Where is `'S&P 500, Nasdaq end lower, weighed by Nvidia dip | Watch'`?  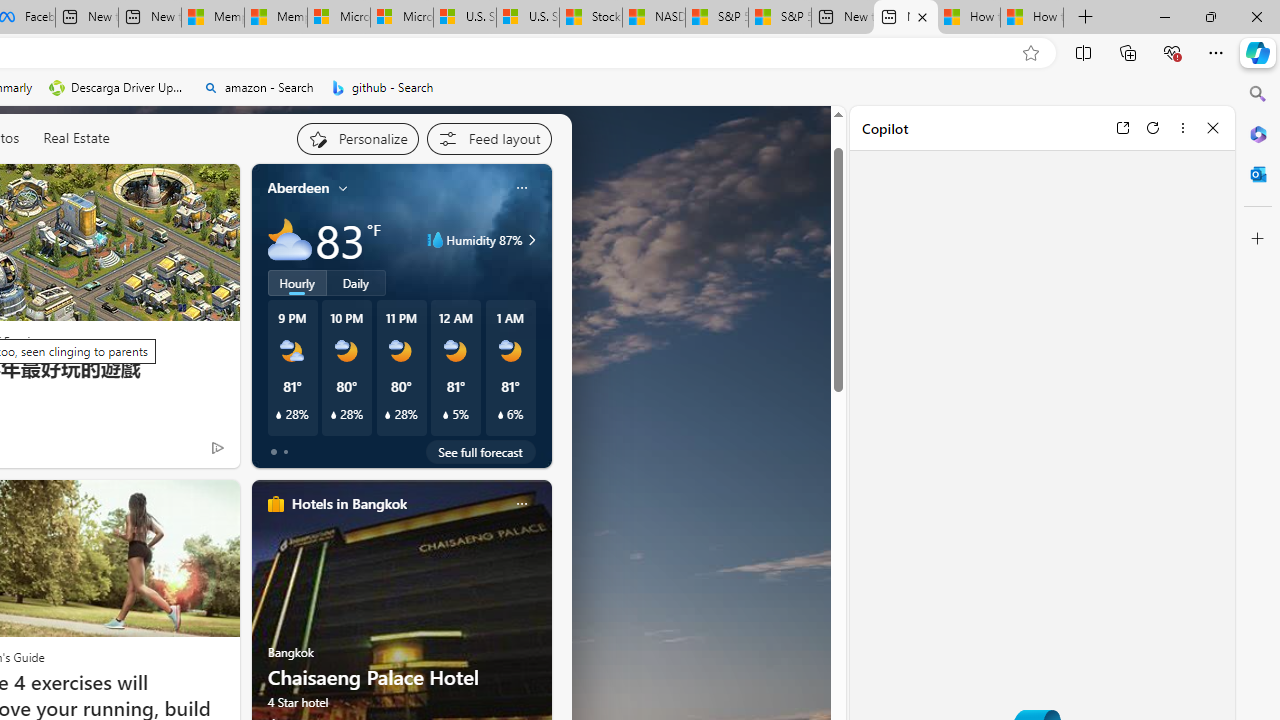 'S&P 500, Nasdaq end lower, weighed by Nvidia dip | Watch' is located at coordinates (779, 17).